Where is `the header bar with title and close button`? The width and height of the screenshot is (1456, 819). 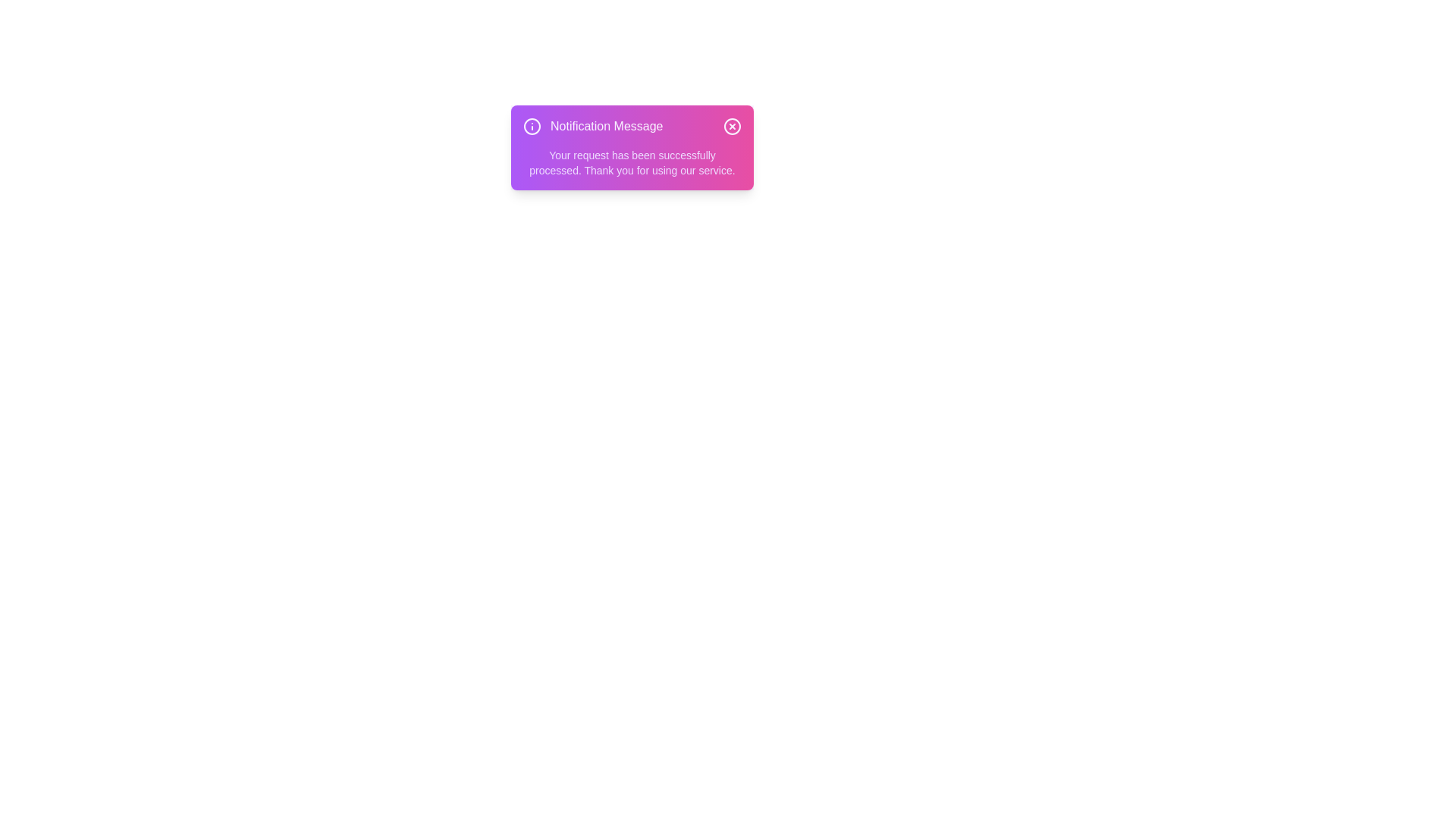 the header bar with title and close button is located at coordinates (632, 125).